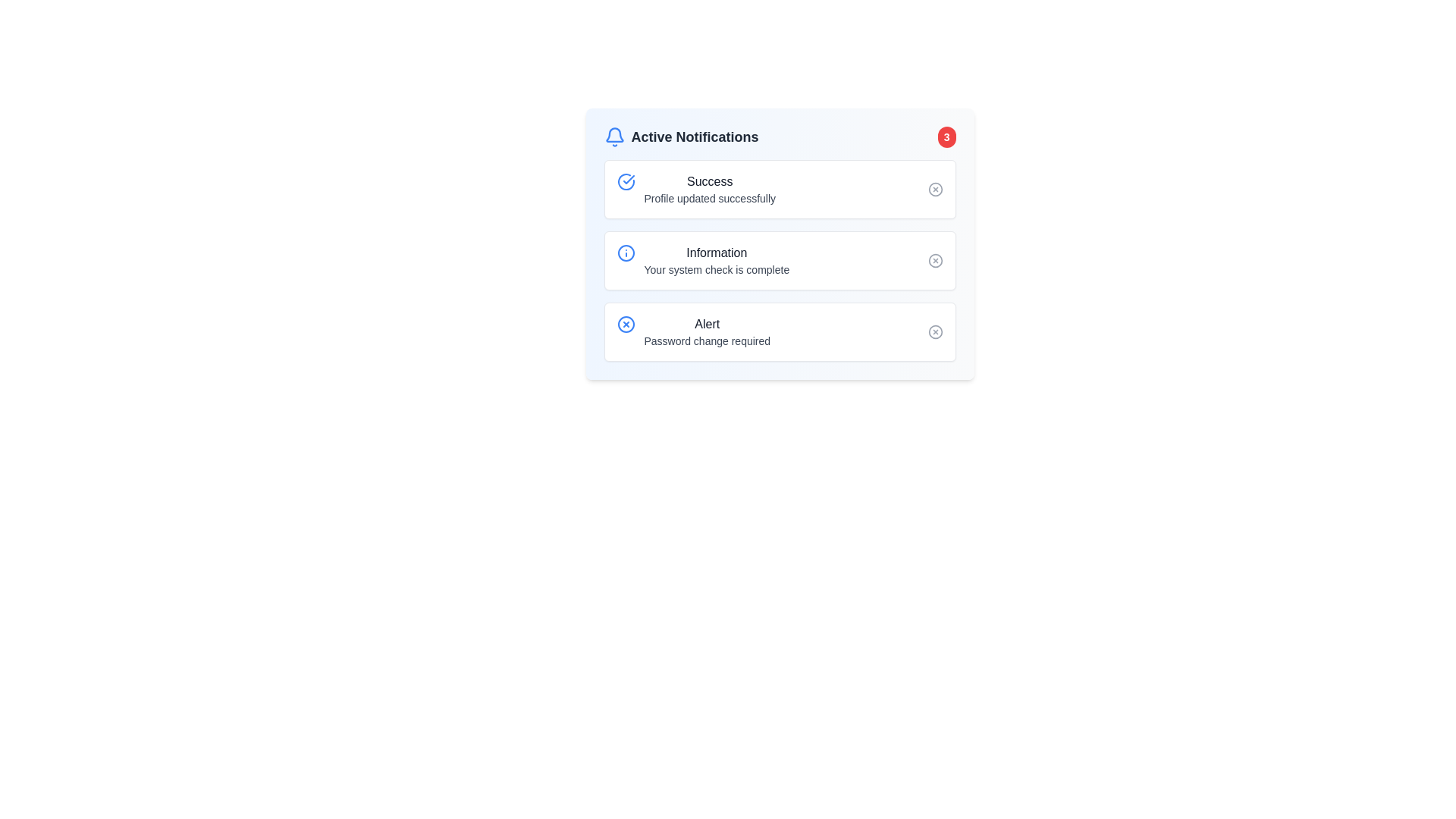 The width and height of the screenshot is (1456, 819). Describe the element at coordinates (614, 134) in the screenshot. I see `the upper arch-shaped section of the SVG bell icon, which has a smooth blue outline and is part of the notification component in the top-left corner` at that location.